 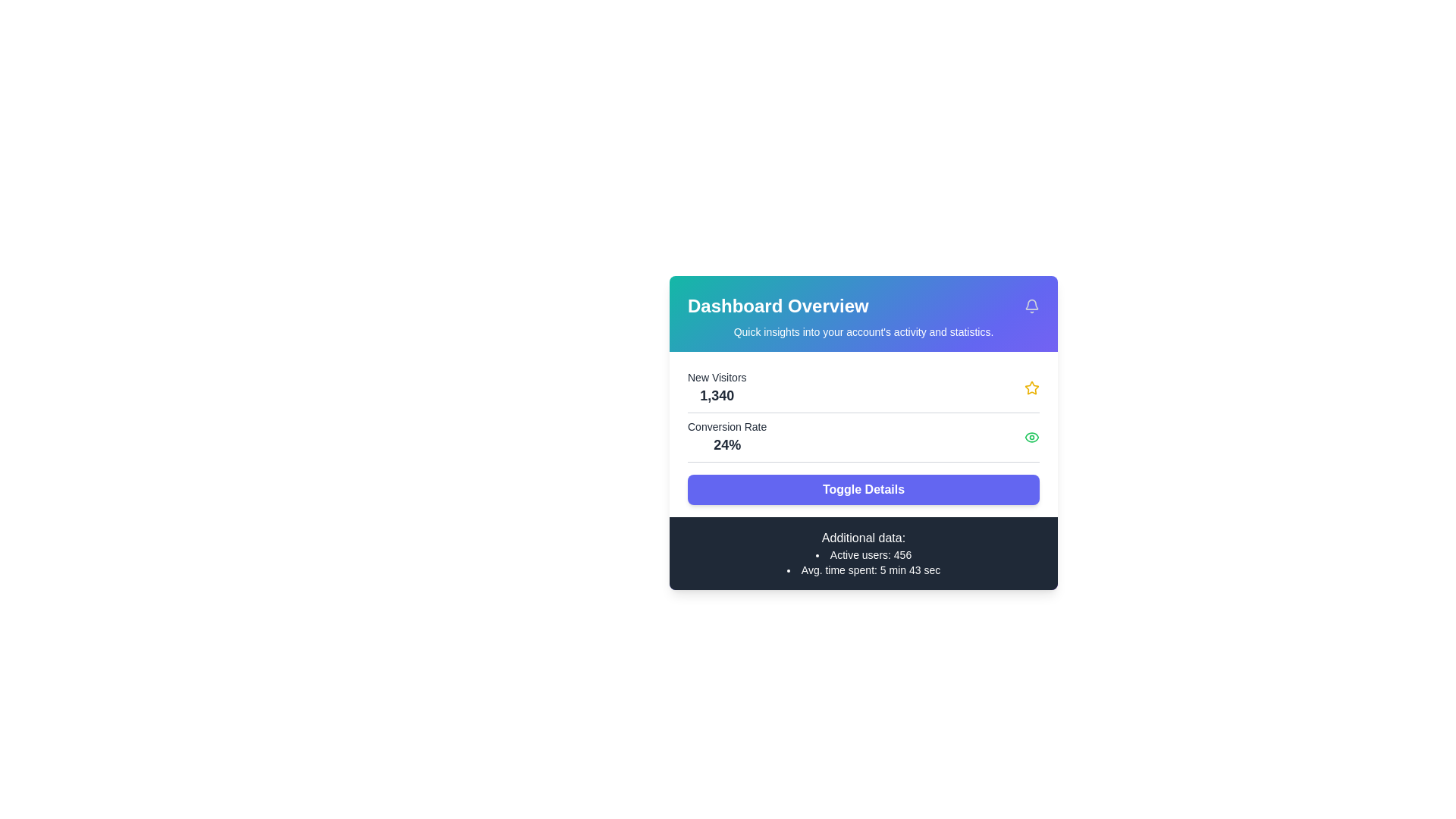 I want to click on the text element displaying the number of new visitors located in the top left corner of the card under the Dashboard Overview section, so click(x=716, y=388).